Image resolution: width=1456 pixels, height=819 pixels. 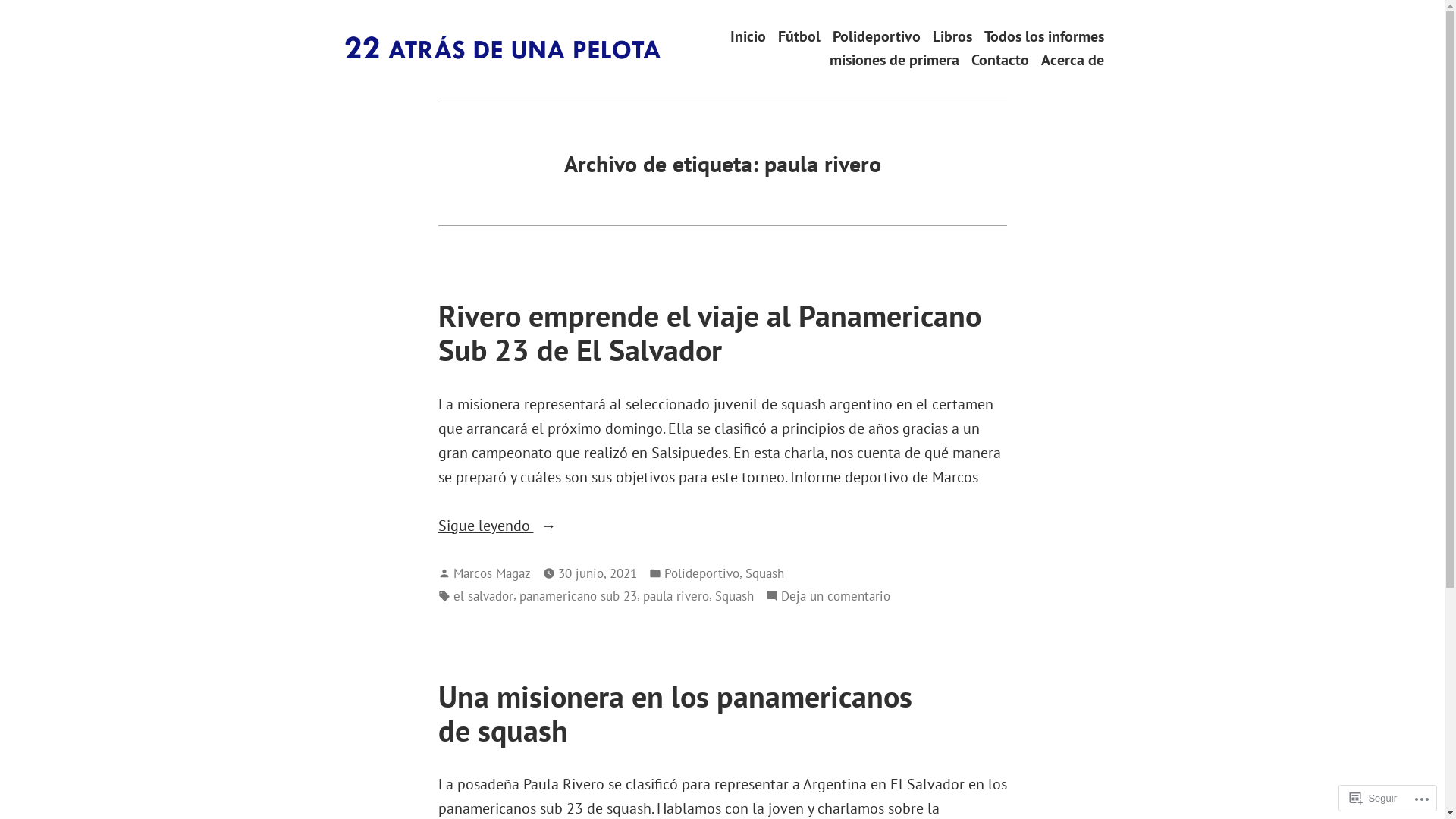 I want to click on 'Inicio', so click(x=747, y=35).